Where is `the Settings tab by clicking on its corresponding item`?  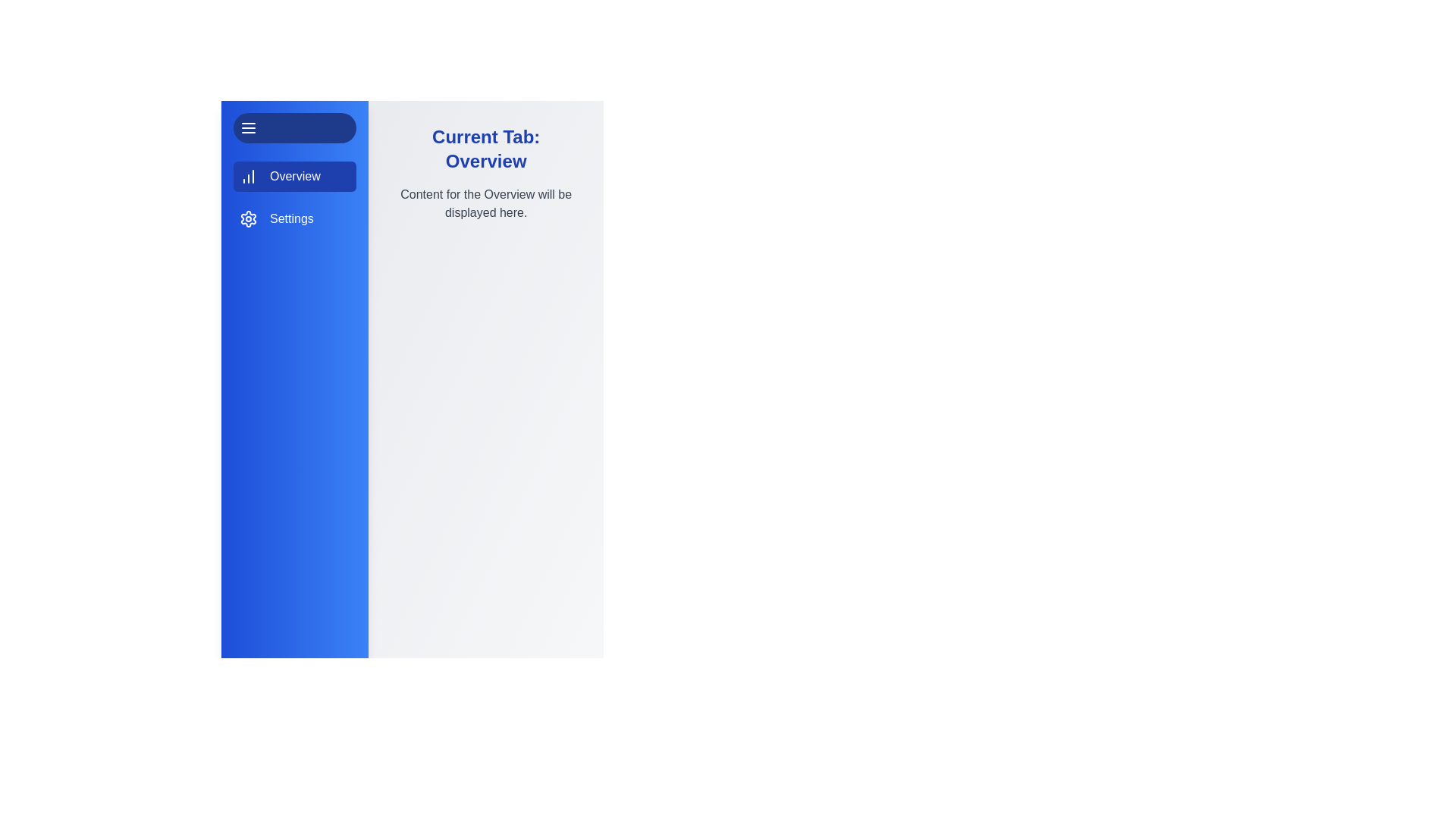 the Settings tab by clicking on its corresponding item is located at coordinates (295, 219).